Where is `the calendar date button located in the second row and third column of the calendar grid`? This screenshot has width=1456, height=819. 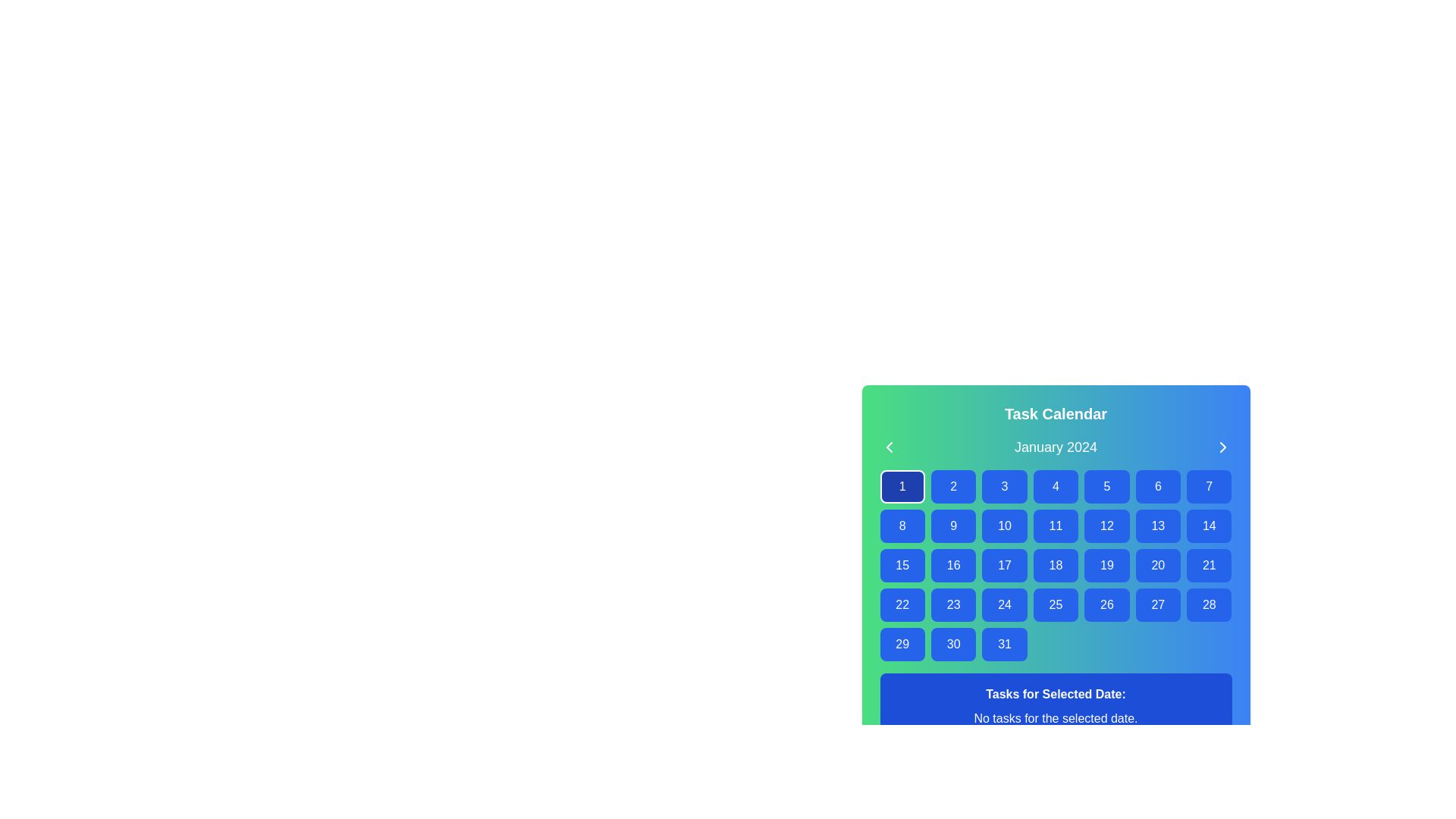
the calendar date button located in the second row and third column of the calendar grid is located at coordinates (1004, 526).